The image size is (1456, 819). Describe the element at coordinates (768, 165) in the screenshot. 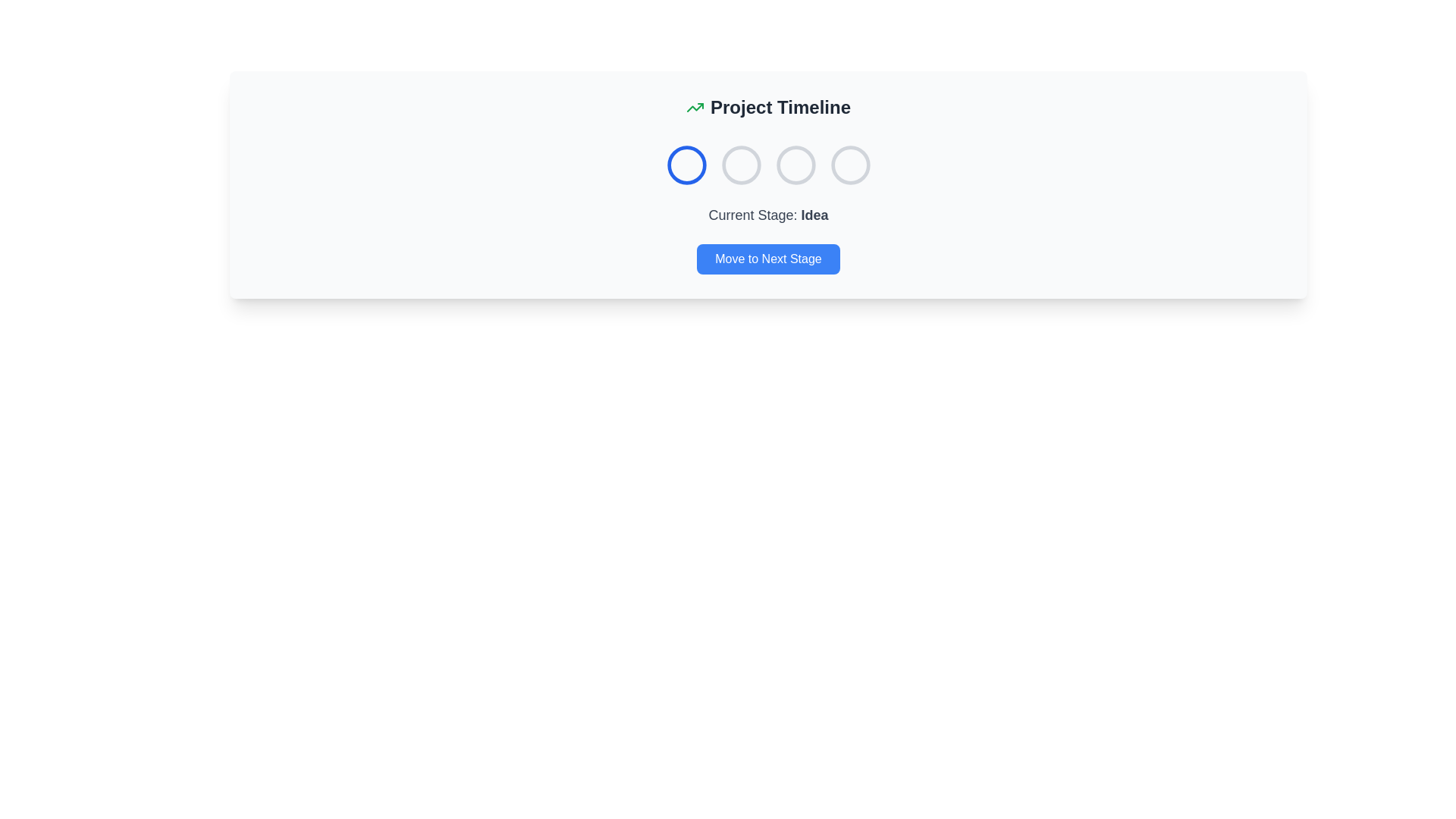

I see `the Progress Indicator located below the 'Project Timeline' title, which visually represents stages in a project timeline, to navigate through stages if interactive functionality is enabled` at that location.